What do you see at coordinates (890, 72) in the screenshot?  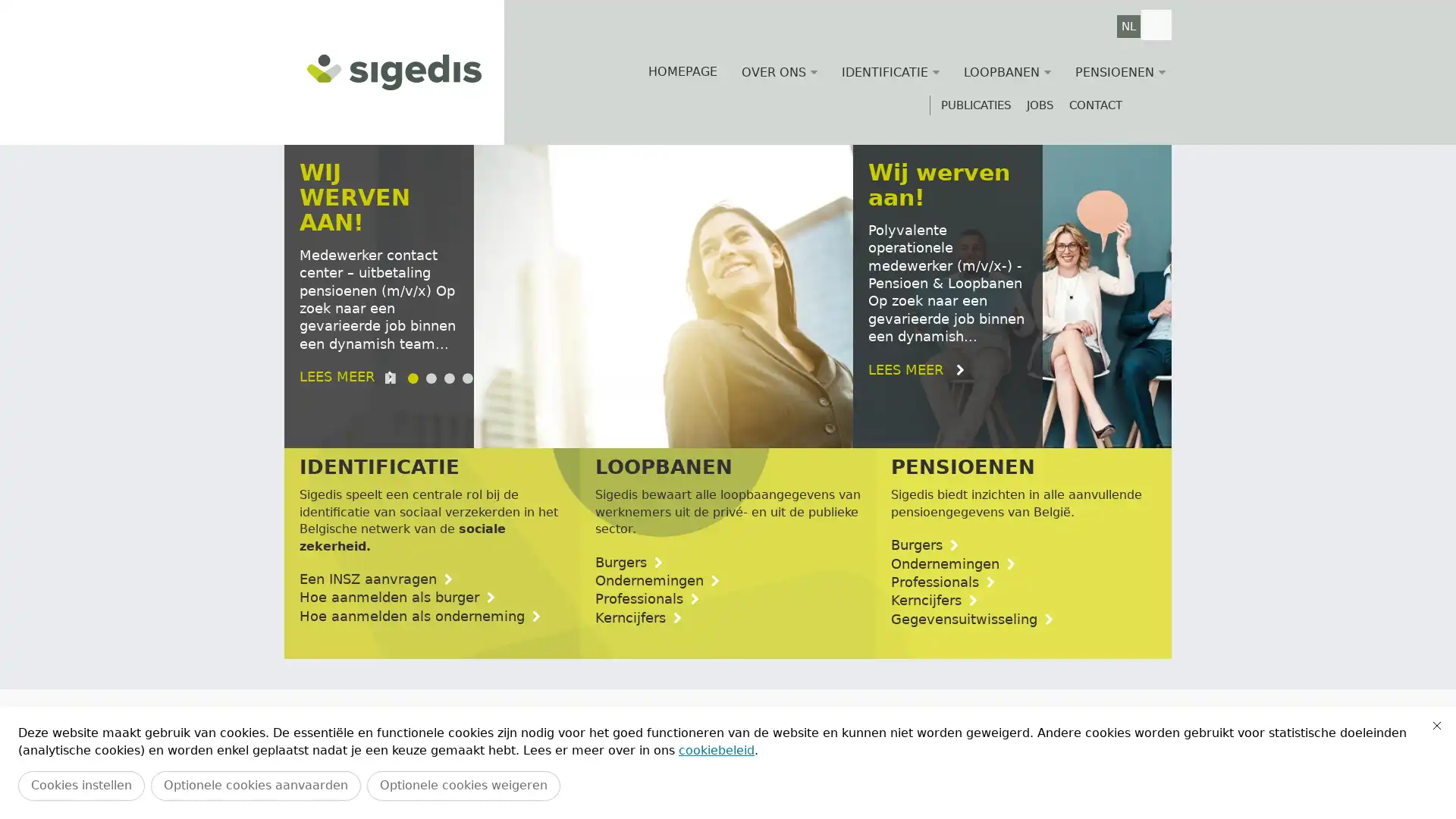 I see `IDENTIFICATIE` at bounding box center [890, 72].